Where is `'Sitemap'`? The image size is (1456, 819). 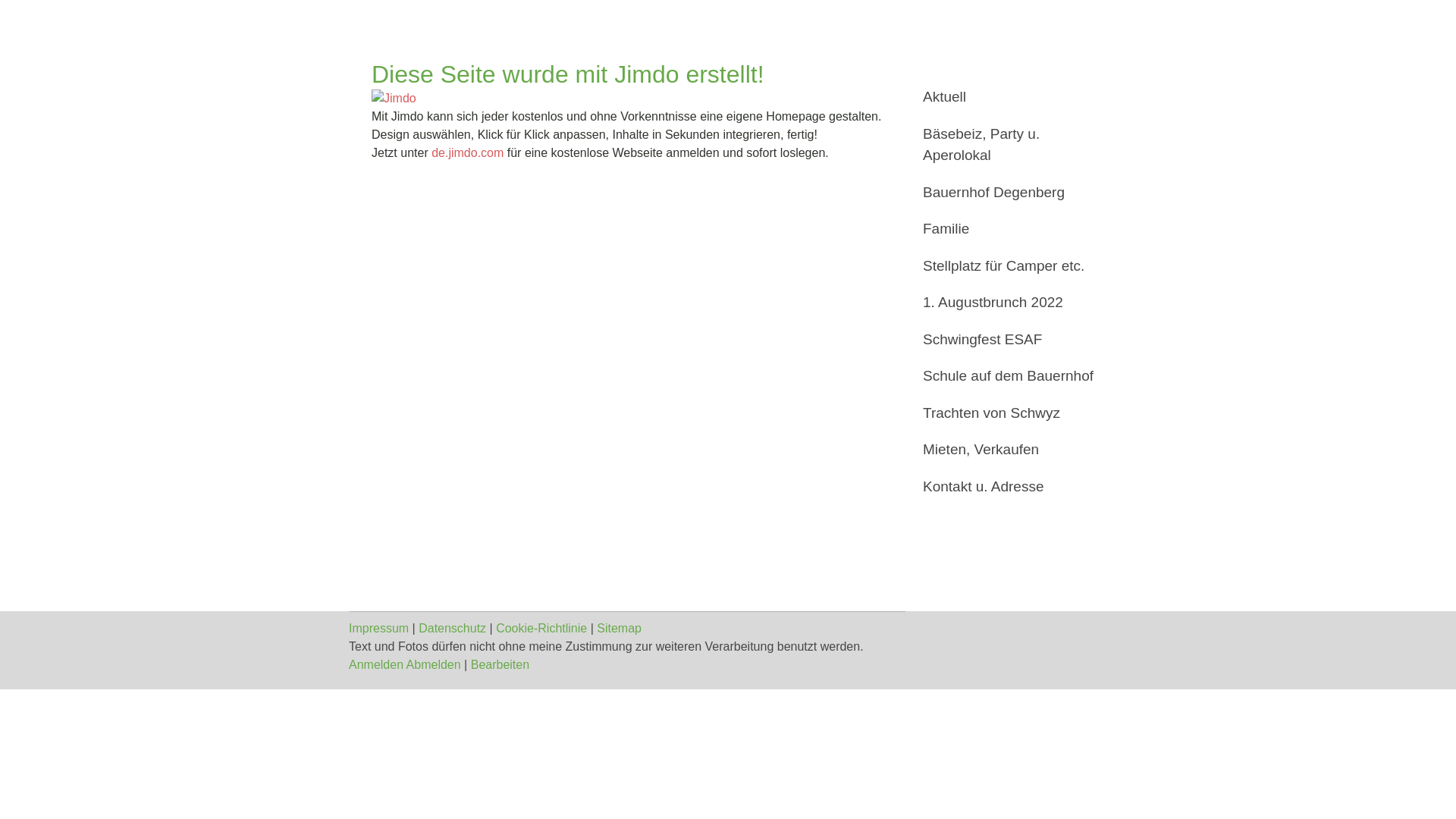 'Sitemap' is located at coordinates (619, 628).